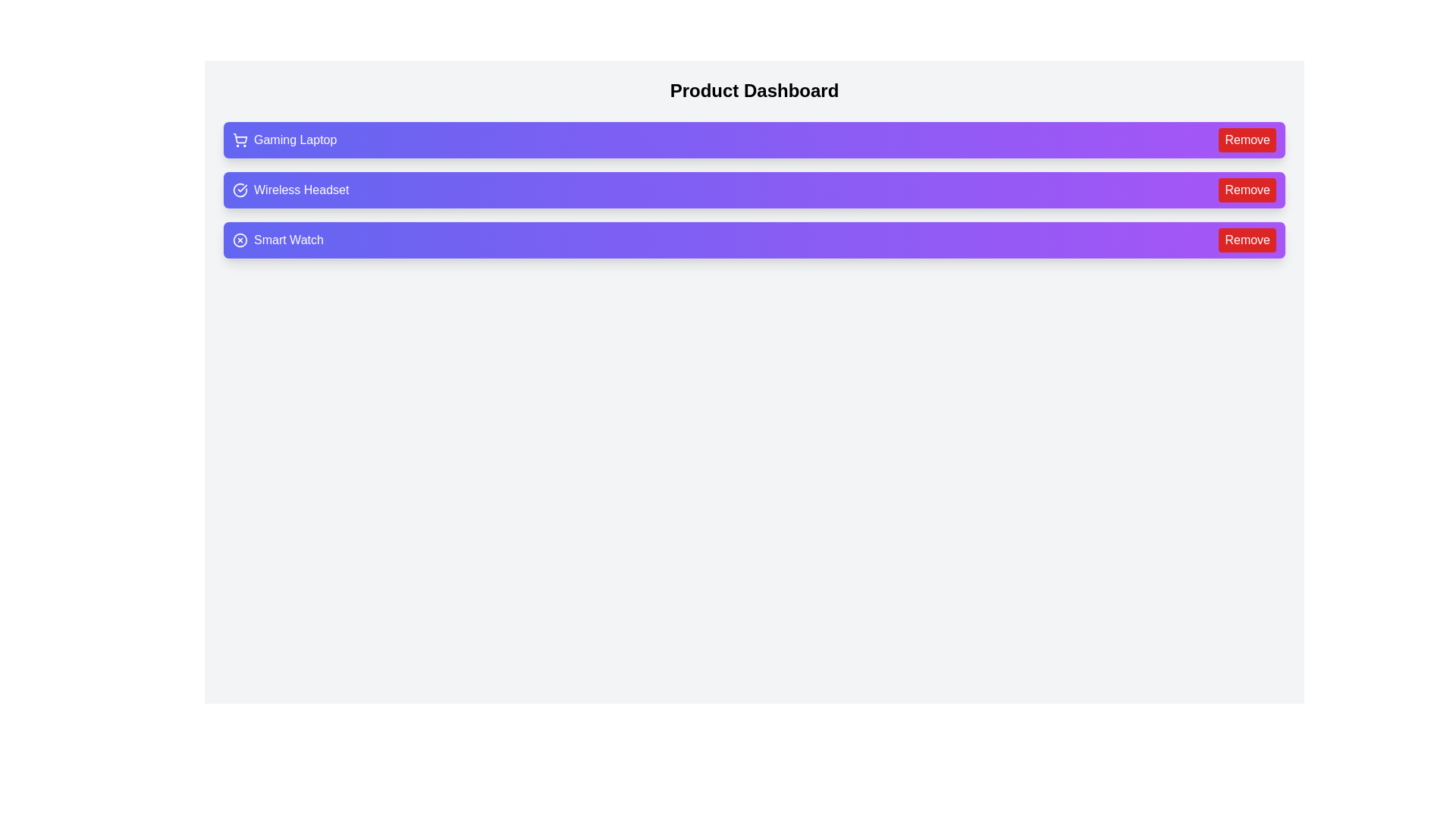  What do you see at coordinates (754, 239) in the screenshot?
I see `the product chip labeled 'Smart Watch' to observe the hover animation effect` at bounding box center [754, 239].